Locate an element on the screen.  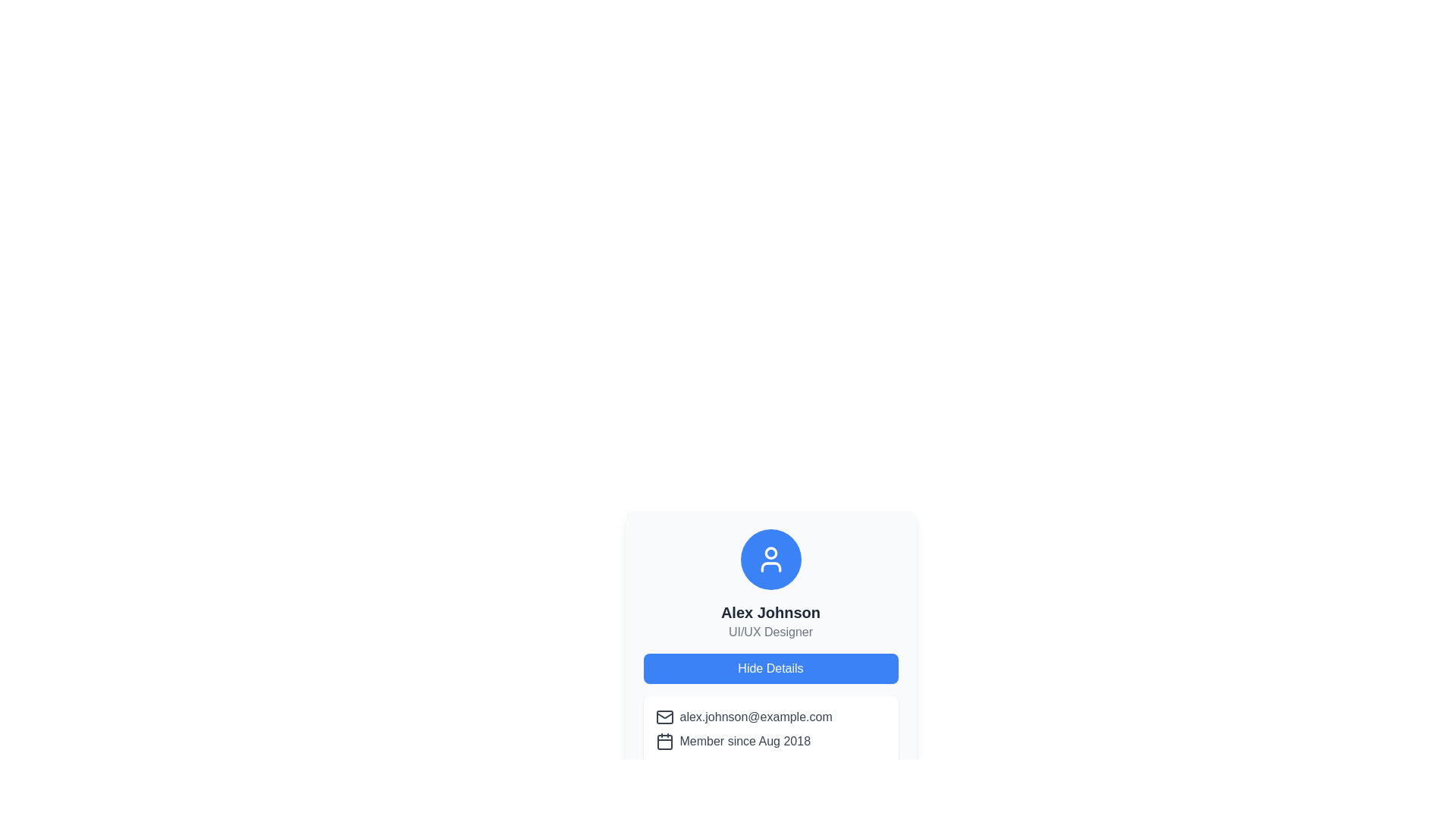
the non-interactive text label reading 'UI/UX Designer' styled in gray, located beneath the name 'Alex Johnson' on a user profile card is located at coordinates (770, 632).